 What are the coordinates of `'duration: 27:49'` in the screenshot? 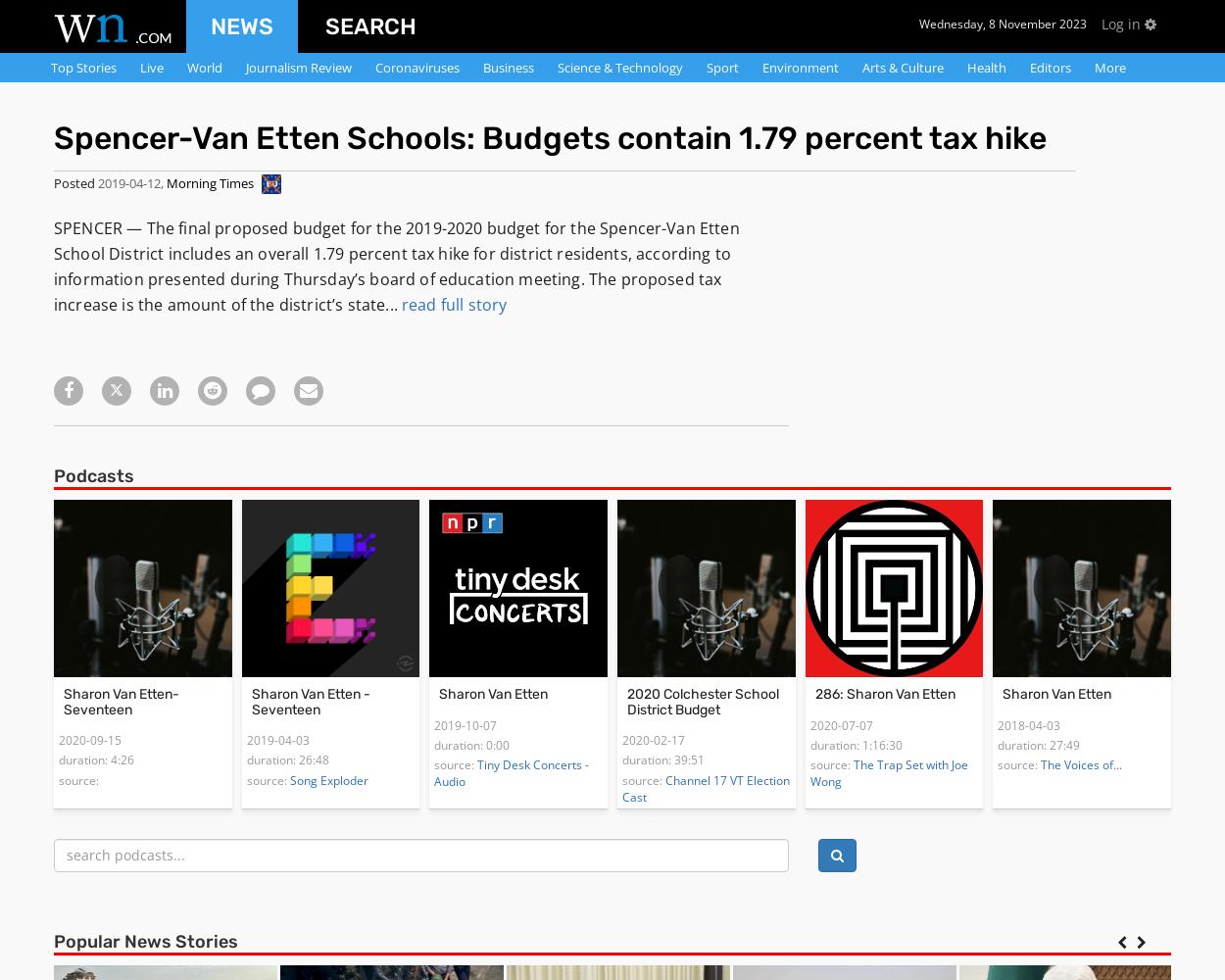 It's located at (1039, 745).